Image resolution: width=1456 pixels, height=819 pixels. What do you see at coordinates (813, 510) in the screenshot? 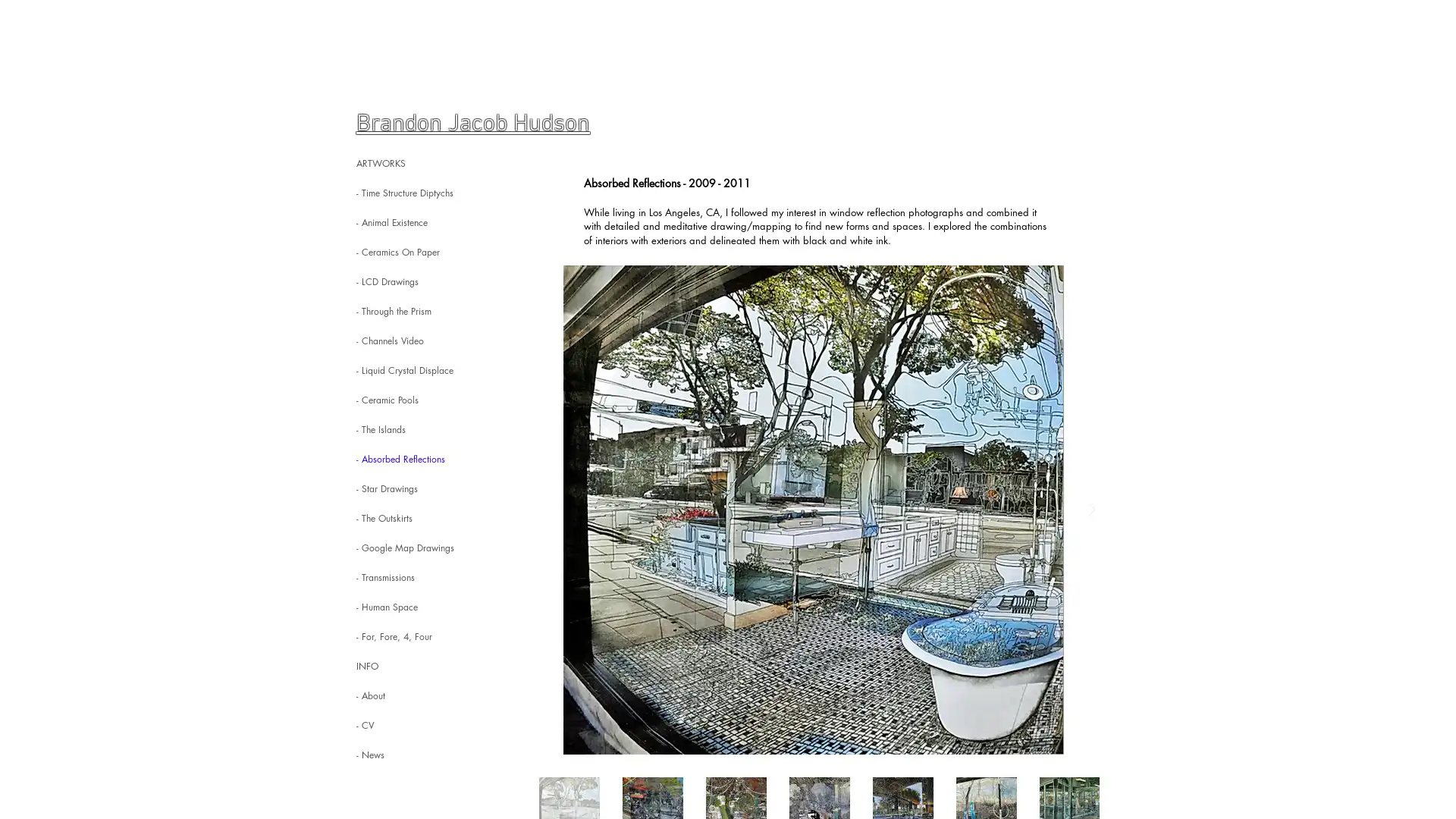
I see `Absorbed Reflection VIII by Brandon Hudson` at bounding box center [813, 510].